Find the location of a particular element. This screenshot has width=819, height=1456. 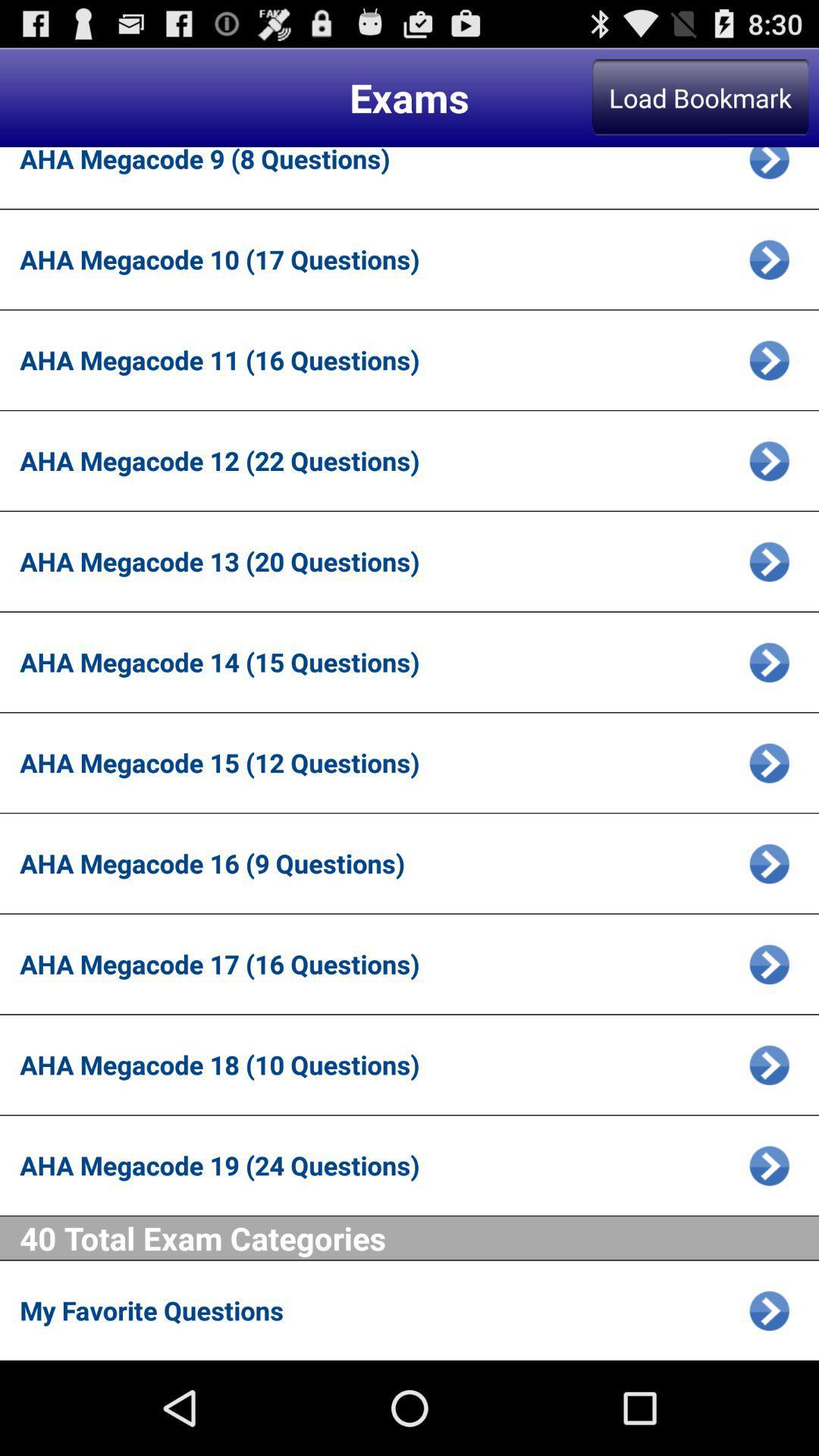

my favorite questions app is located at coordinates (378, 1310).